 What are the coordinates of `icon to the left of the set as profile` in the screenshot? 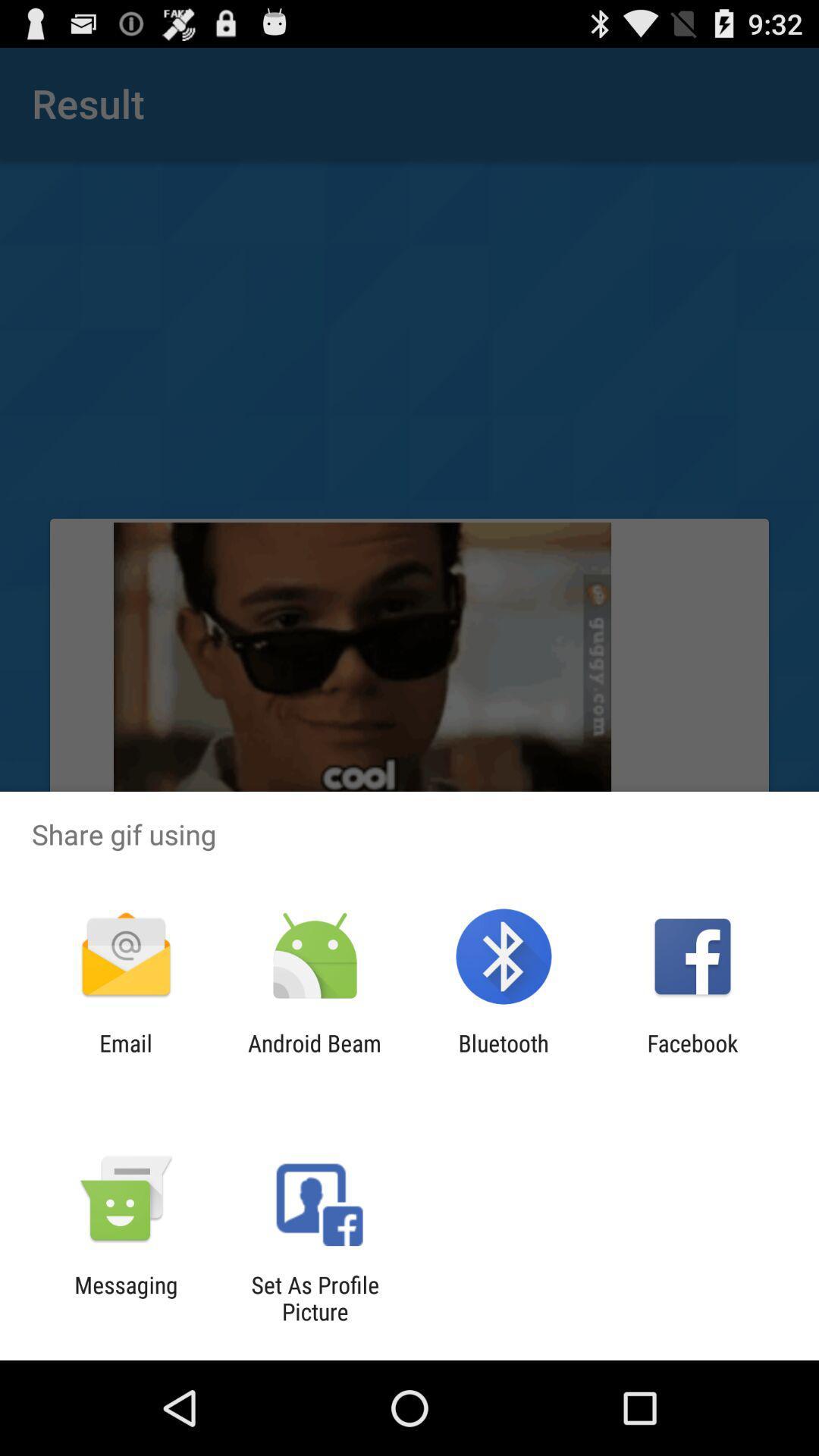 It's located at (125, 1298).